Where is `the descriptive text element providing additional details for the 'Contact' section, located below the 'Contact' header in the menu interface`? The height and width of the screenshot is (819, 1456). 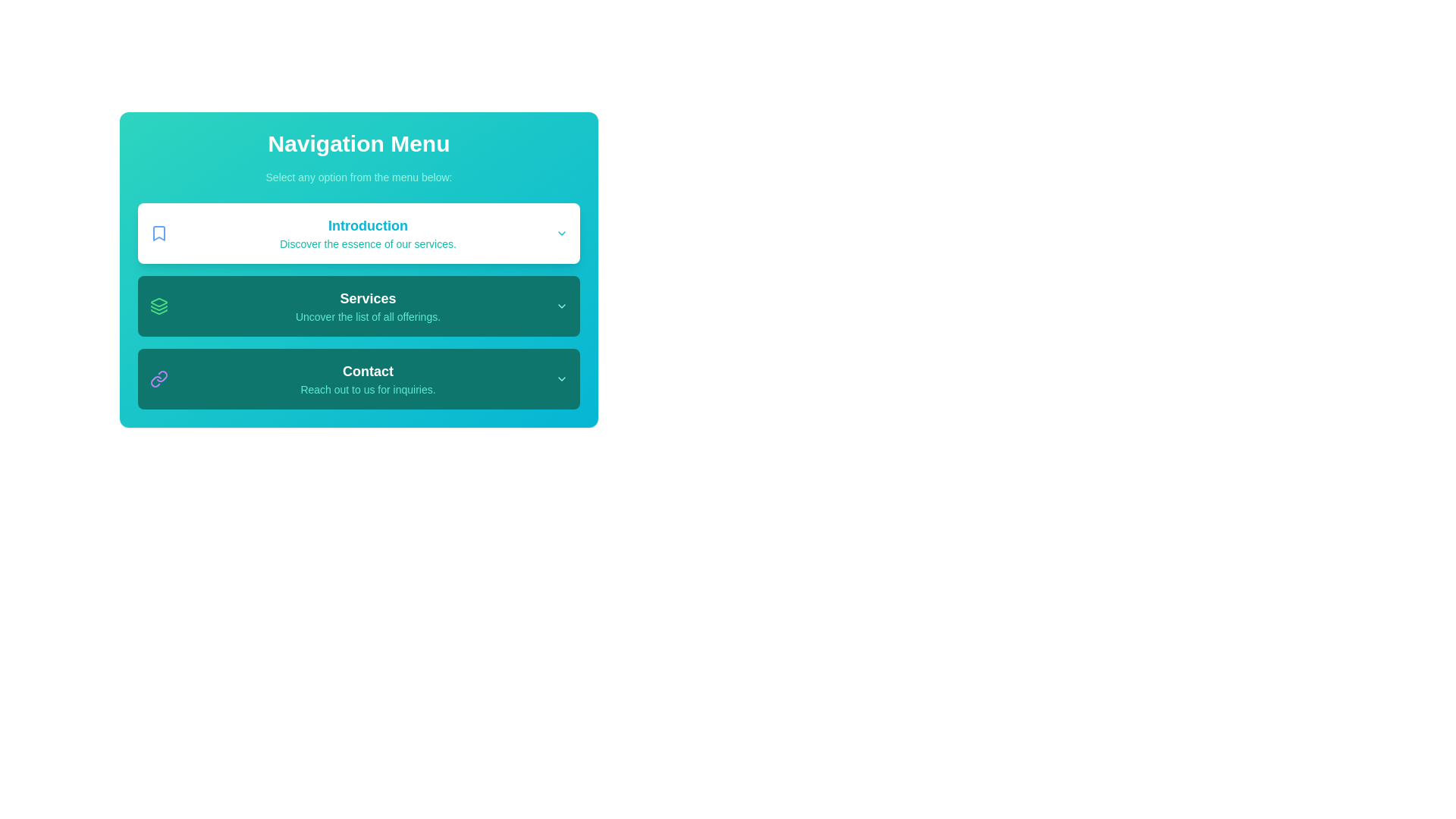
the descriptive text element providing additional details for the 'Contact' section, located below the 'Contact' header in the menu interface is located at coordinates (368, 388).